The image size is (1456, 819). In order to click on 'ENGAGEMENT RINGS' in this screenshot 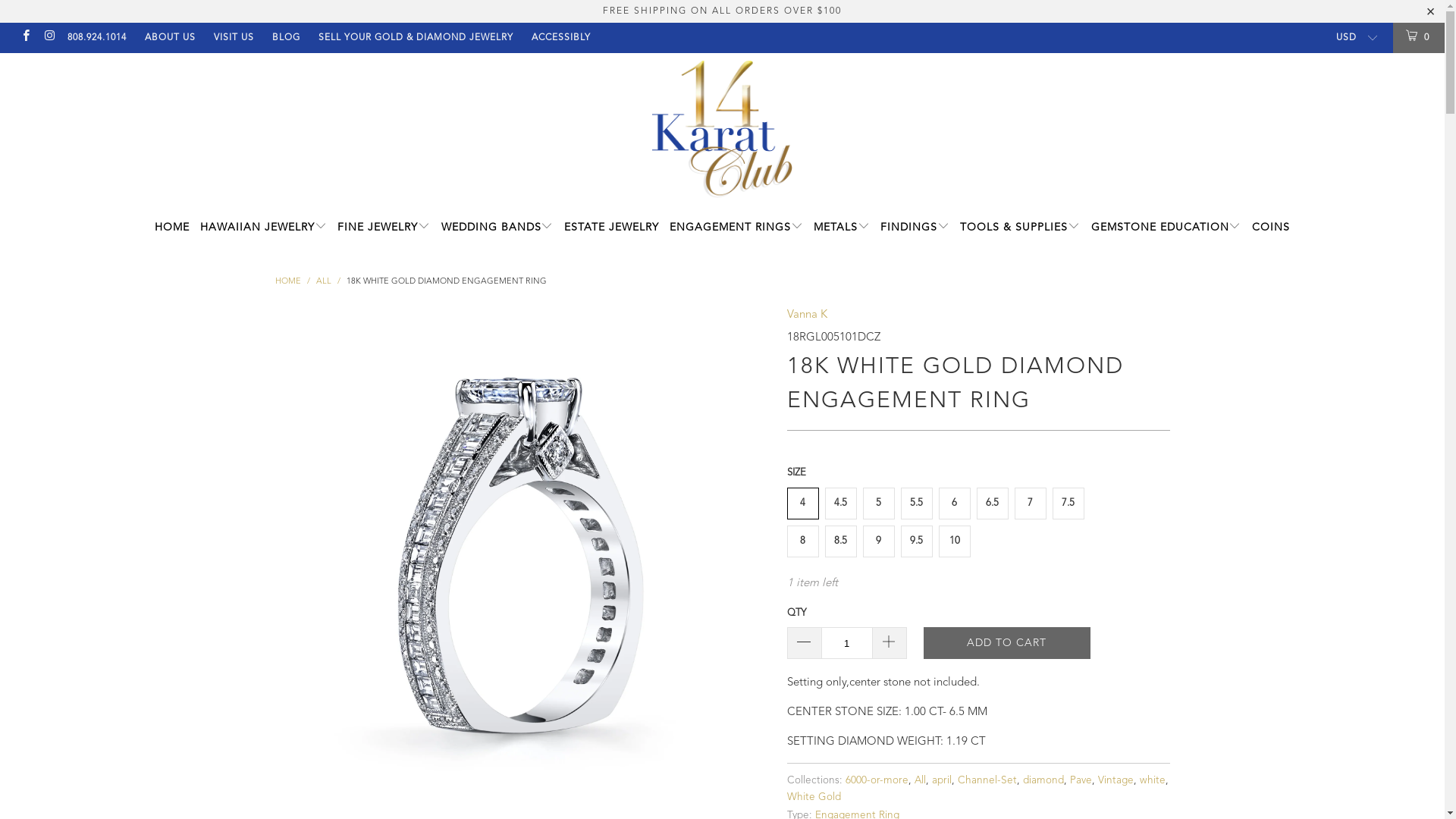, I will do `click(736, 227)`.